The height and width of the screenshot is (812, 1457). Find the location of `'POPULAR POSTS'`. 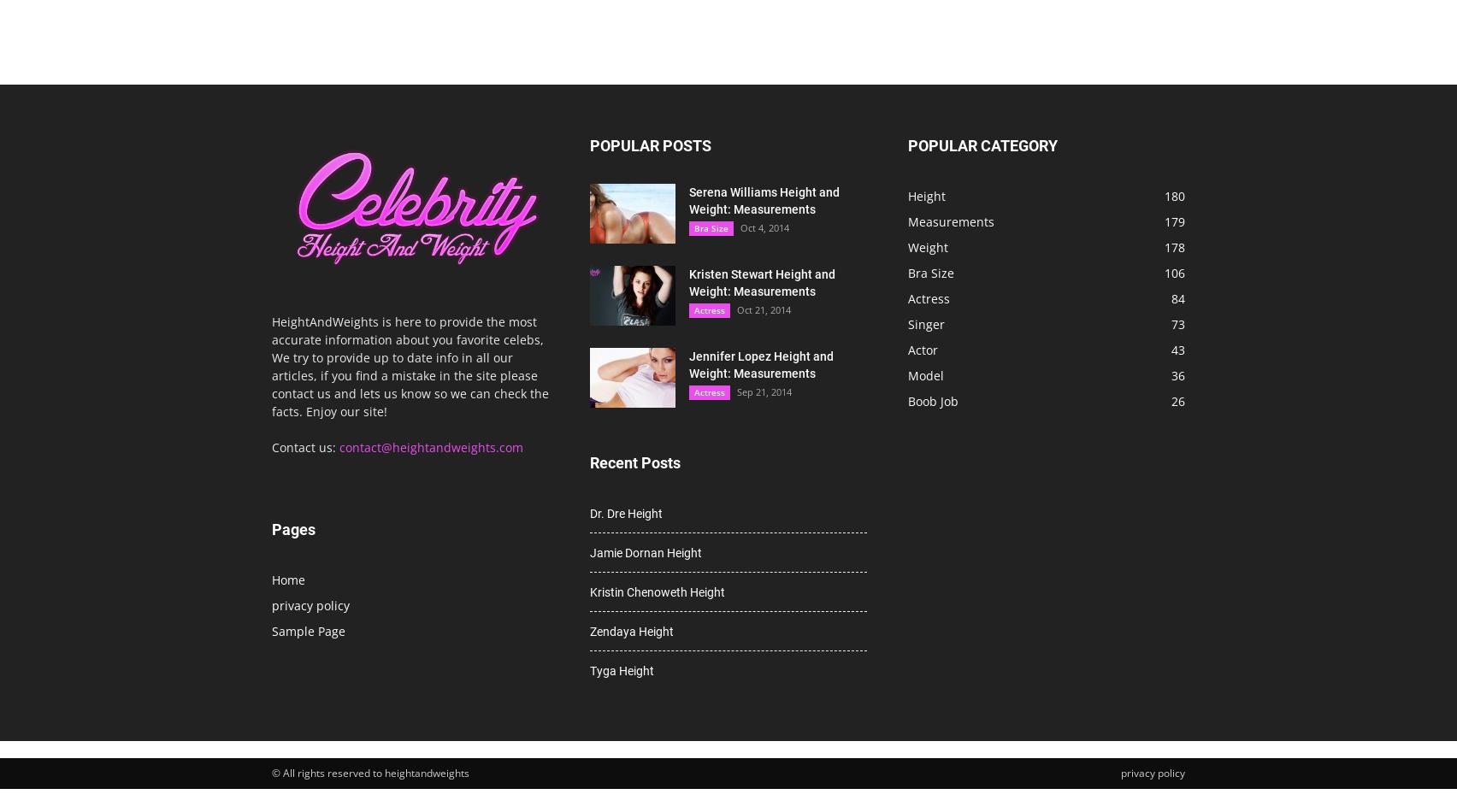

'POPULAR POSTS' is located at coordinates (588, 145).